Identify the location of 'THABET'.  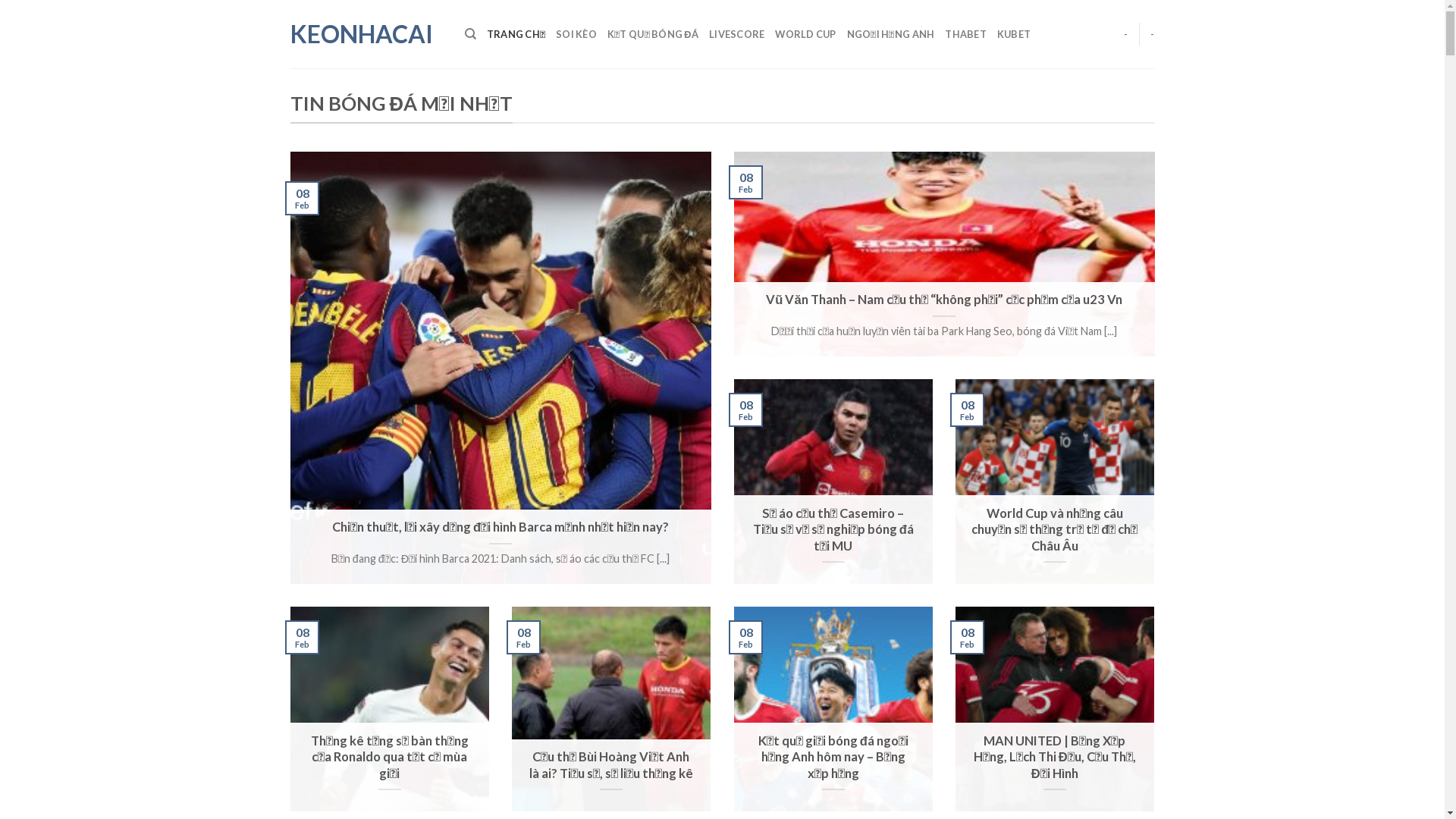
(944, 34).